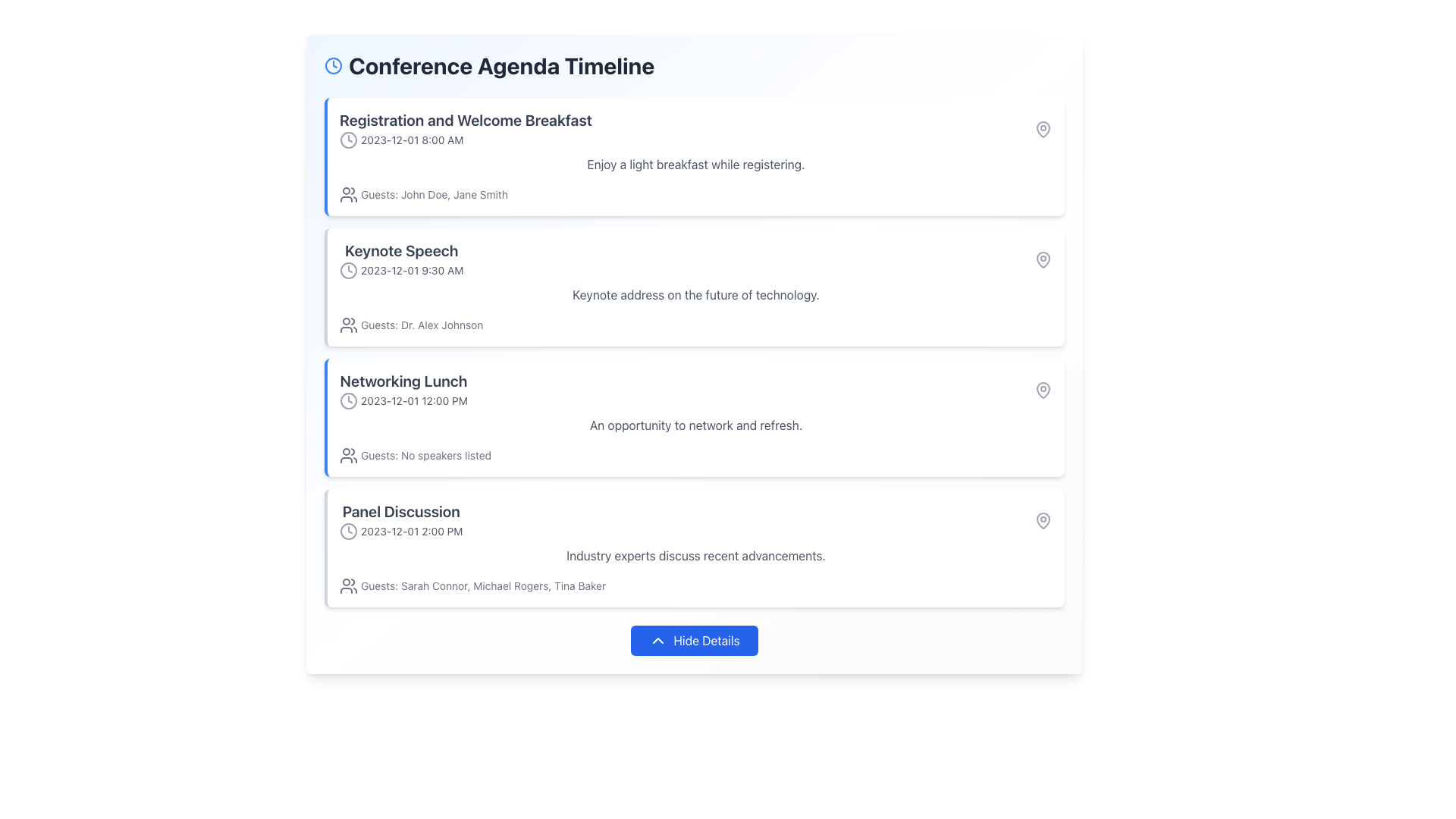  Describe the element at coordinates (695, 164) in the screenshot. I see `descriptive text 'Enjoy a light breakfast while registering.' located beneath the title of the 'Registration and Welcome Breakfast' section` at that location.